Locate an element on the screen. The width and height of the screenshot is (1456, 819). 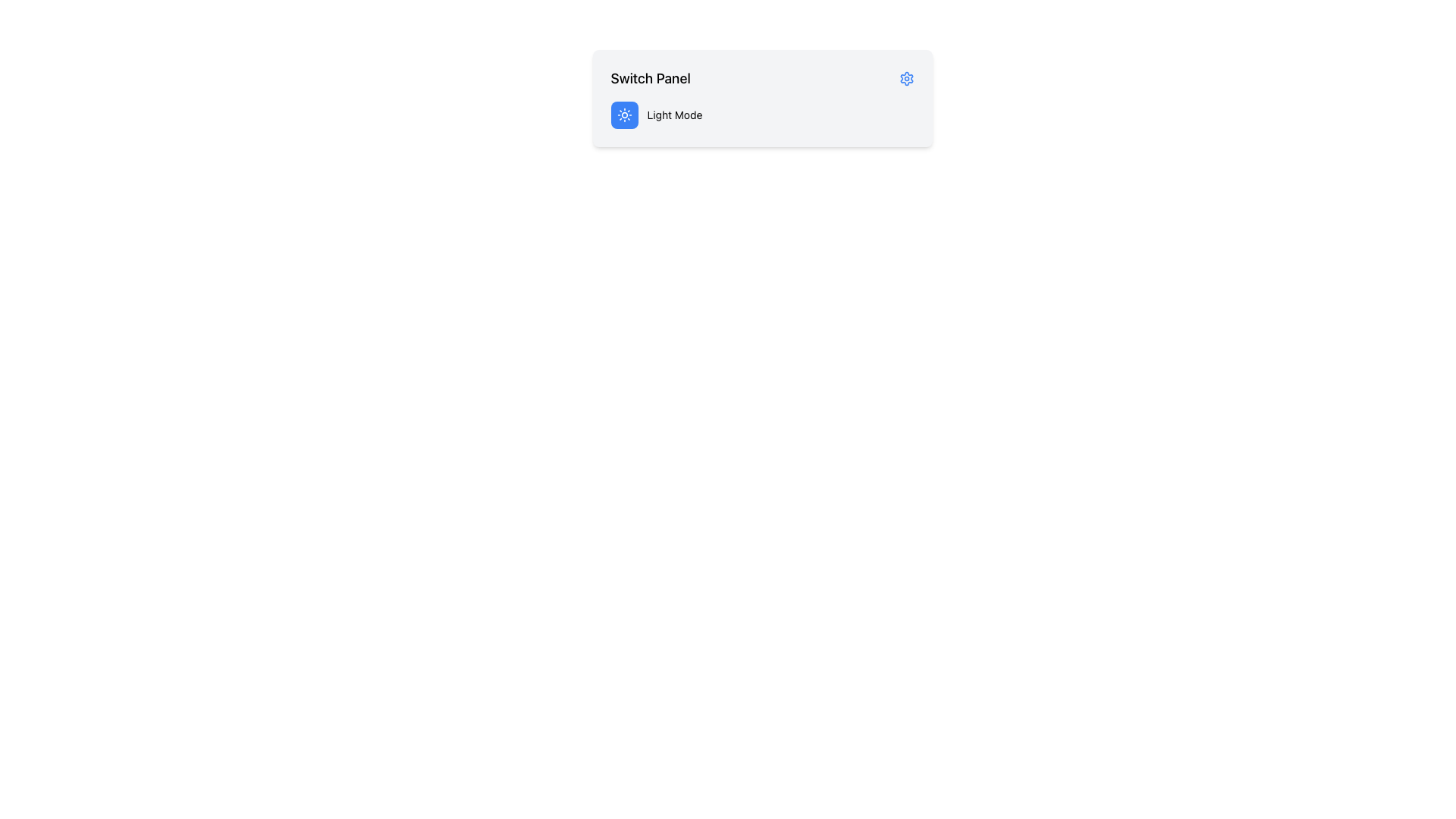
the settings icon button located in the top-right corner of the 'Switch Panel' is located at coordinates (906, 79).